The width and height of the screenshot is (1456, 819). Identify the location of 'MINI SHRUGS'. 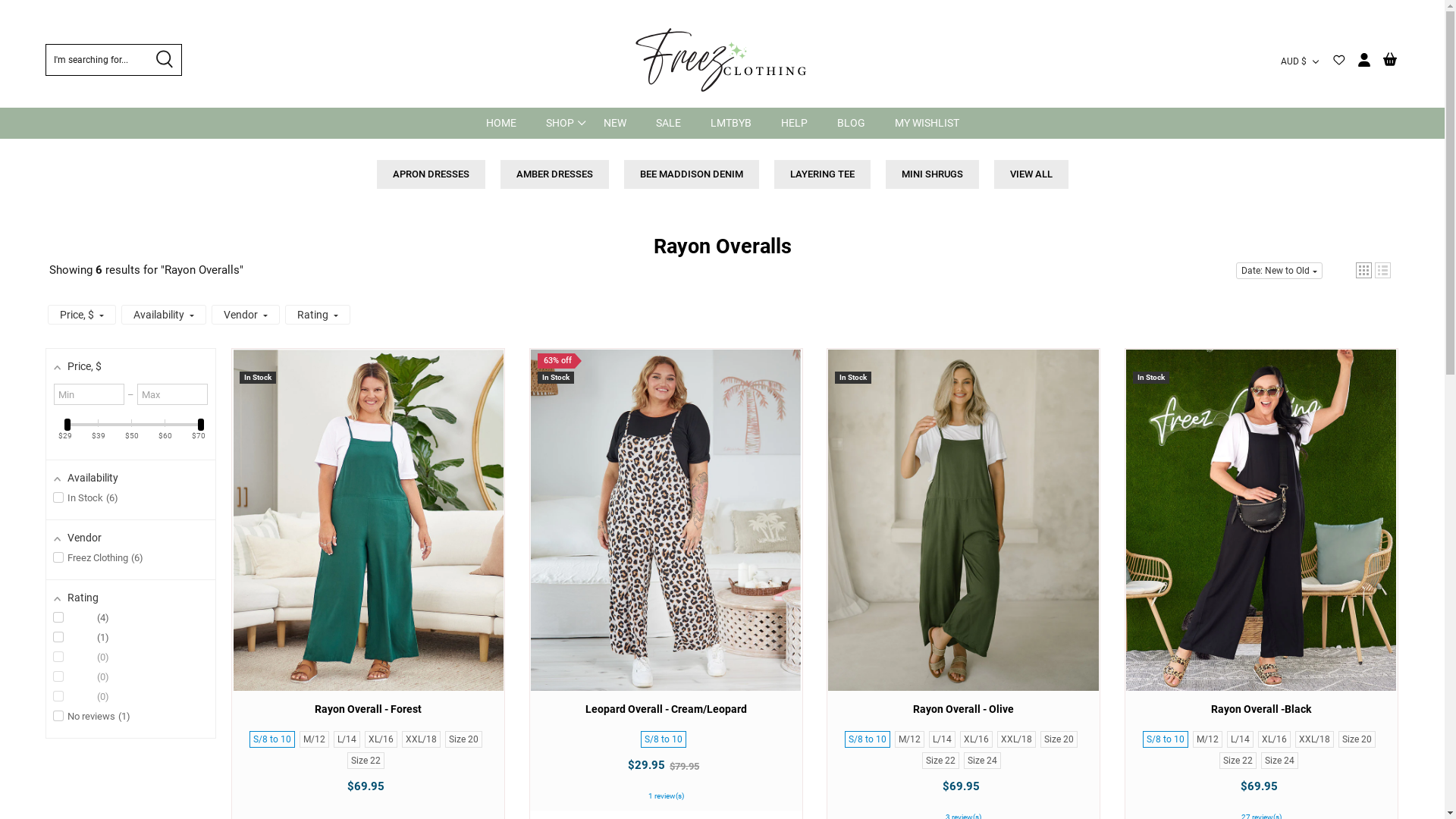
(931, 174).